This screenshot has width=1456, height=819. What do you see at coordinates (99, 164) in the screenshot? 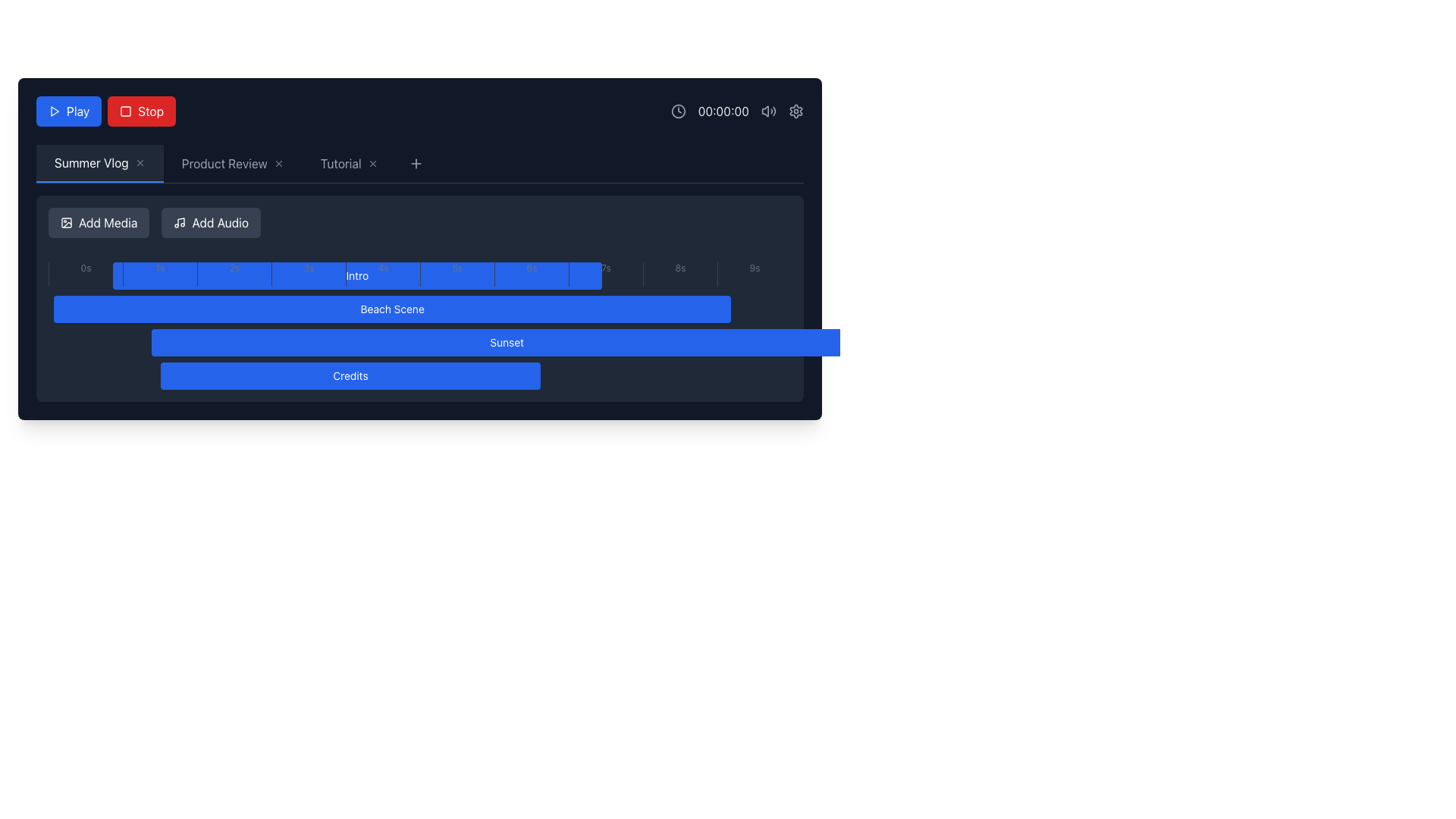
I see `the 'Summer Vlog' tab in the navigation bar to trigger a tooltip or style change` at bounding box center [99, 164].